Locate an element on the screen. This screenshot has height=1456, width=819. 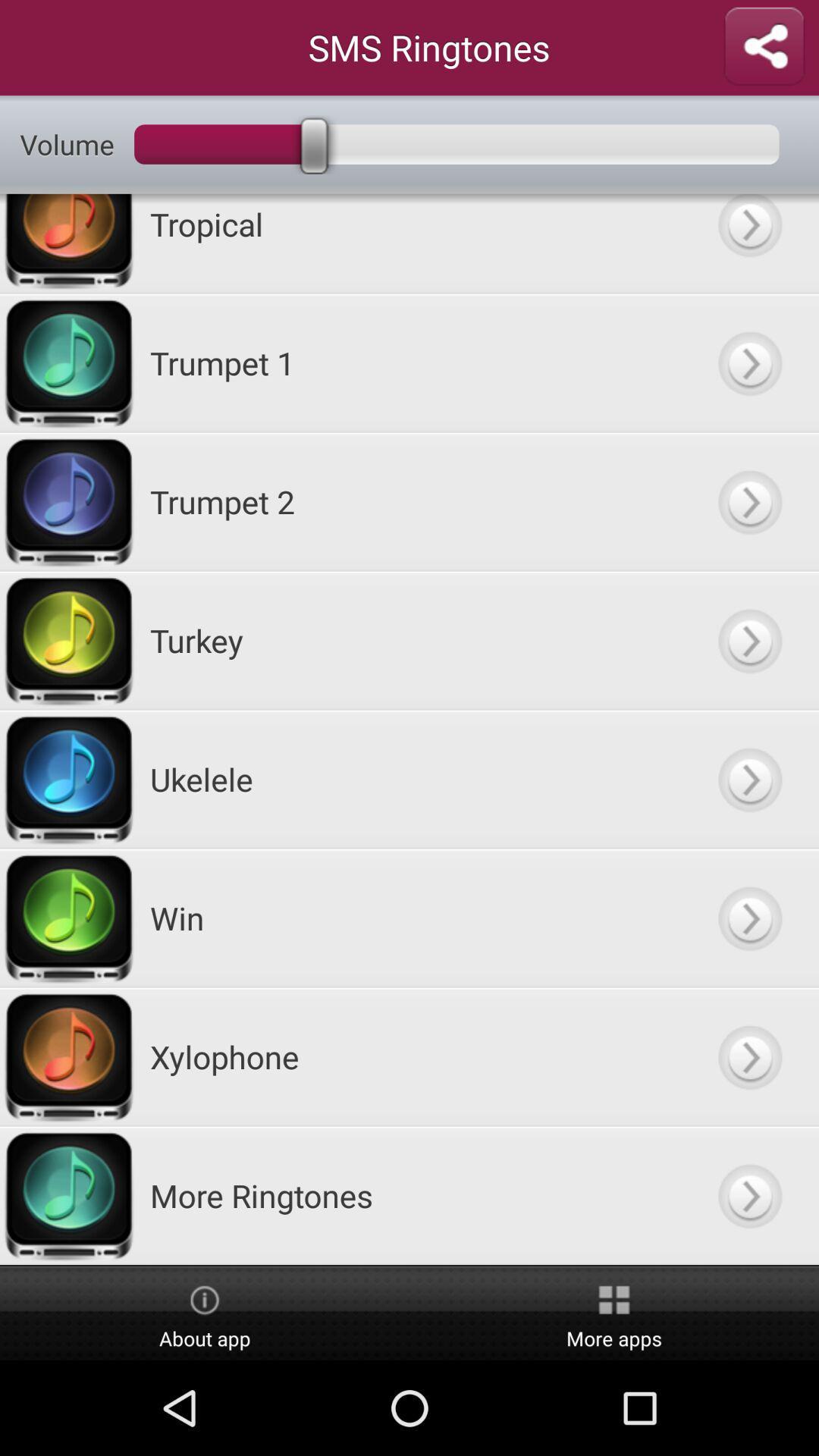
tropical music is located at coordinates (748, 243).